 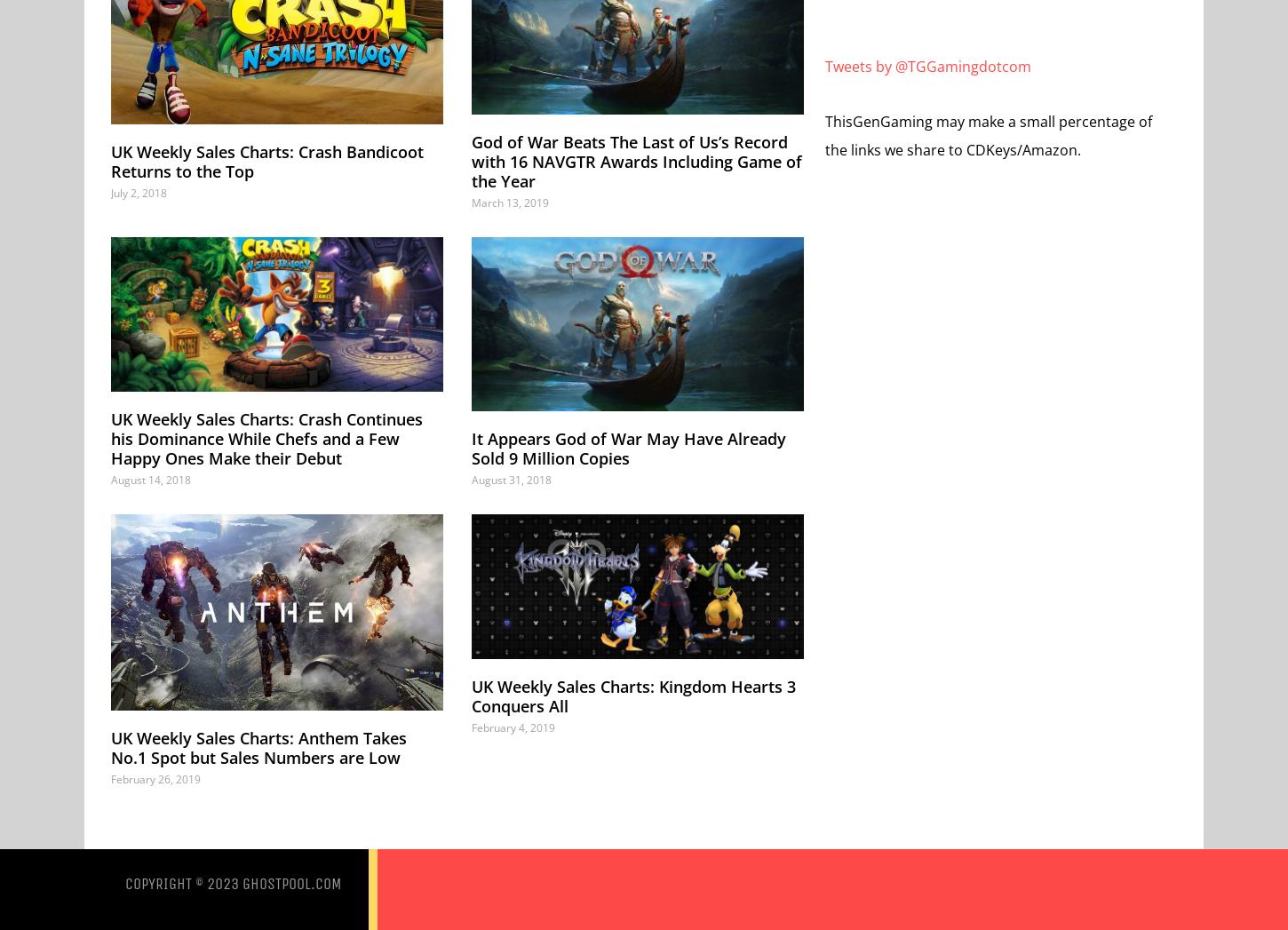 What do you see at coordinates (470, 447) in the screenshot?
I see `'It Appears God of War May Have Already Sold 9 Million Copies'` at bounding box center [470, 447].